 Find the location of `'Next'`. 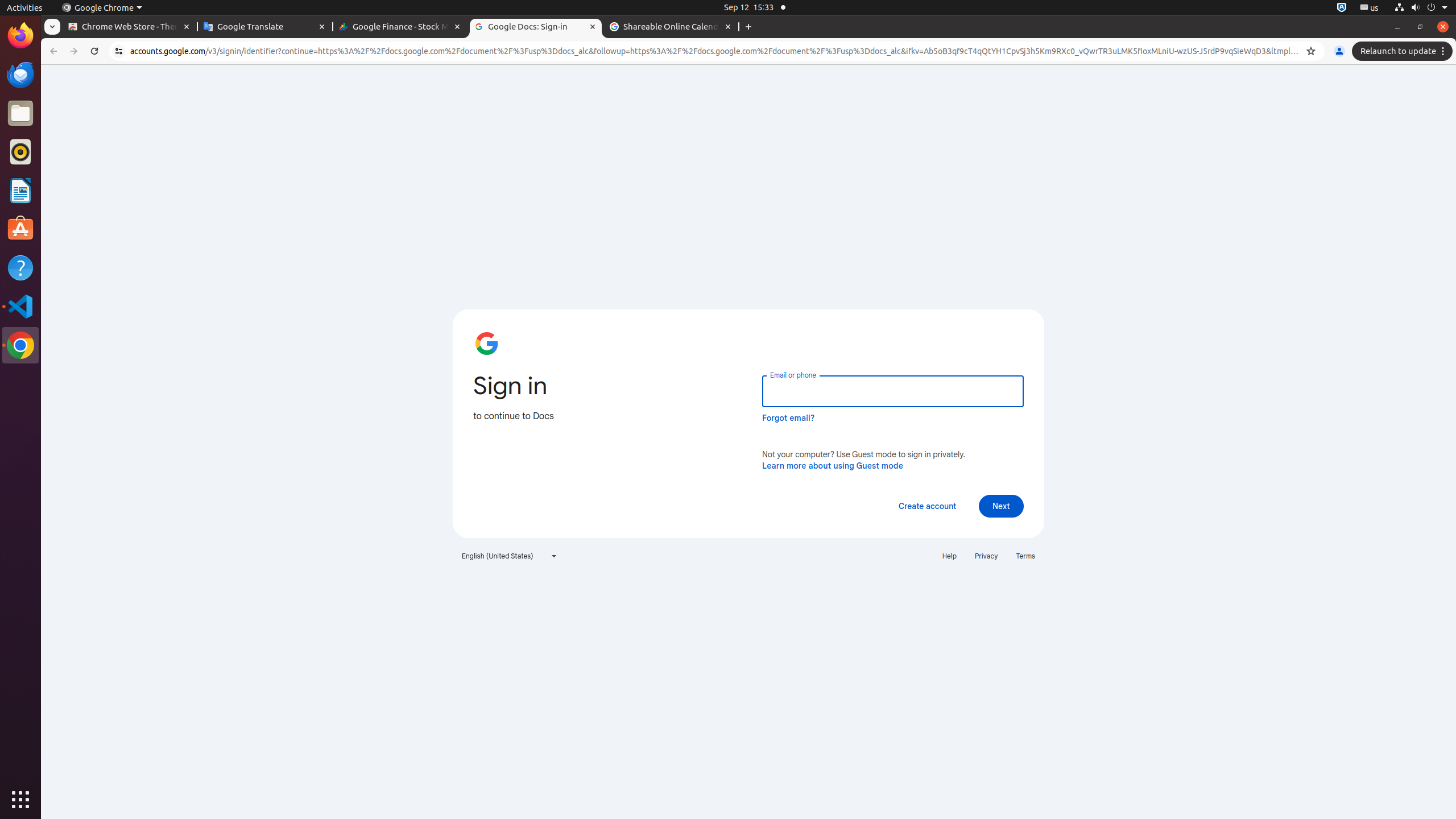

'Next' is located at coordinates (1001, 506).